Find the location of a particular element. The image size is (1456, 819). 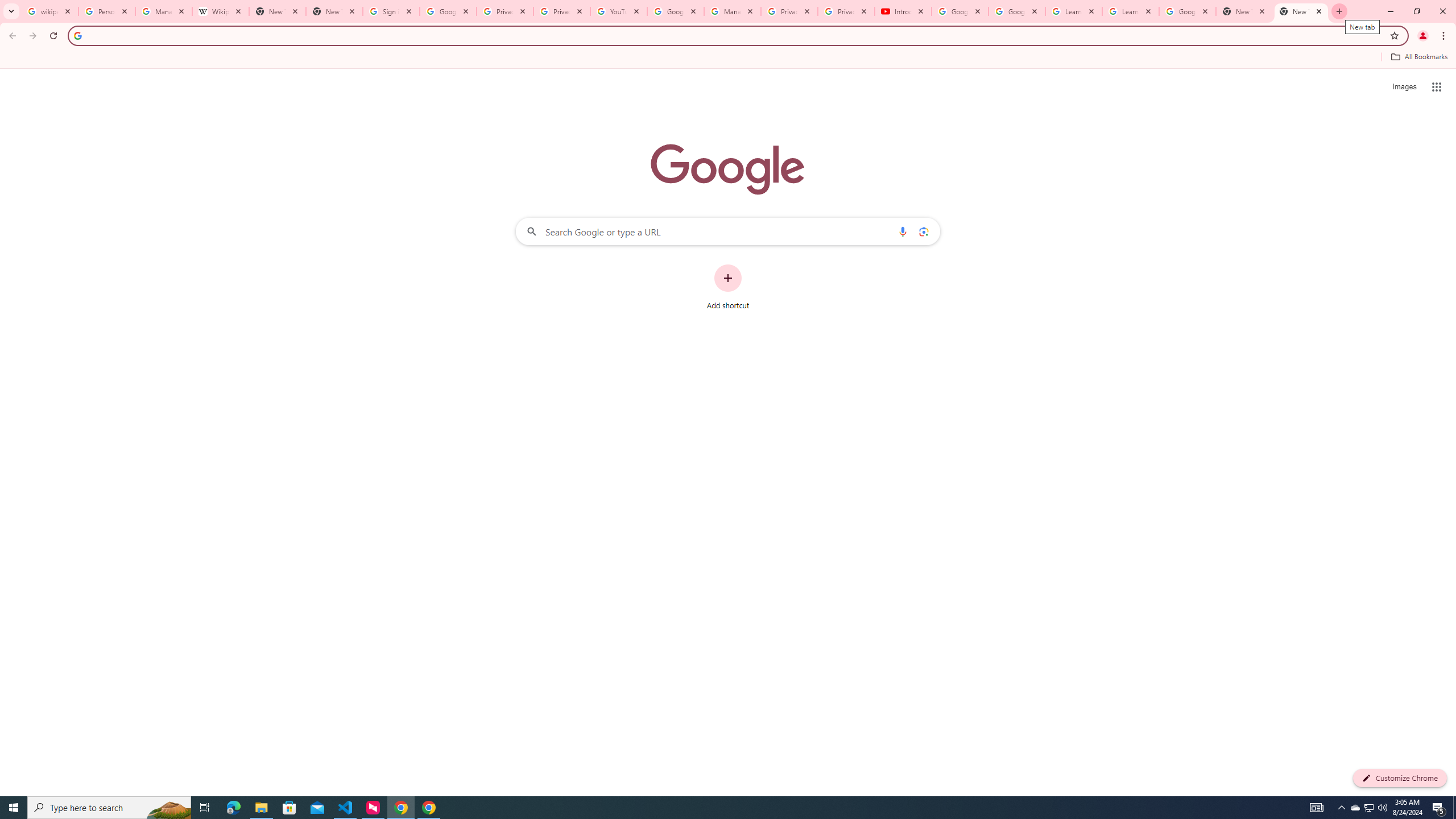

'Manage your Location History - Google Search Help' is located at coordinates (164, 11).